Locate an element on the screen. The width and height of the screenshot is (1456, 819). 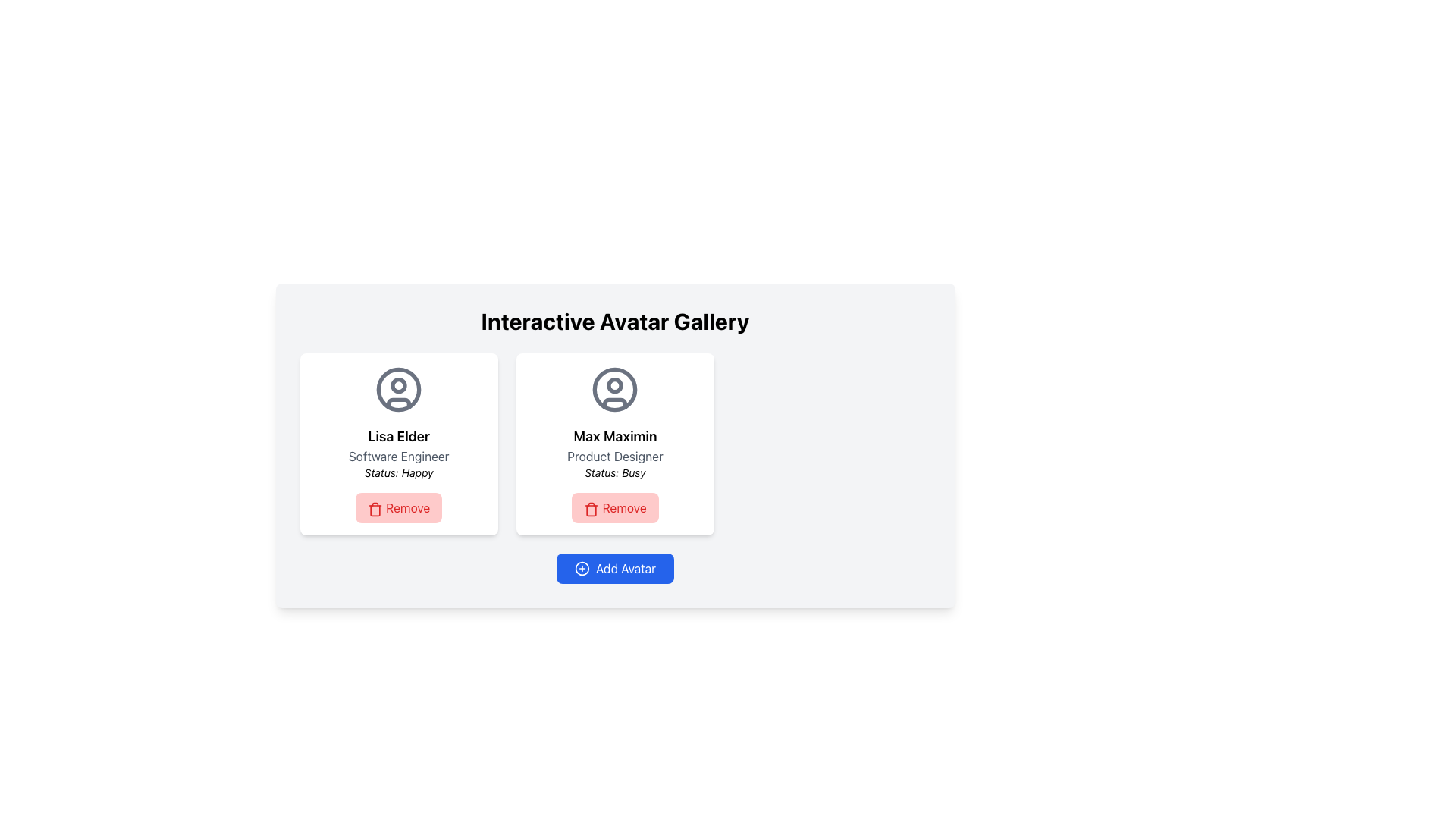
the Text Label that provides the current status of the individual in the profile, located below 'Lisa Elder' and 'Software Engineer' is located at coordinates (399, 472).